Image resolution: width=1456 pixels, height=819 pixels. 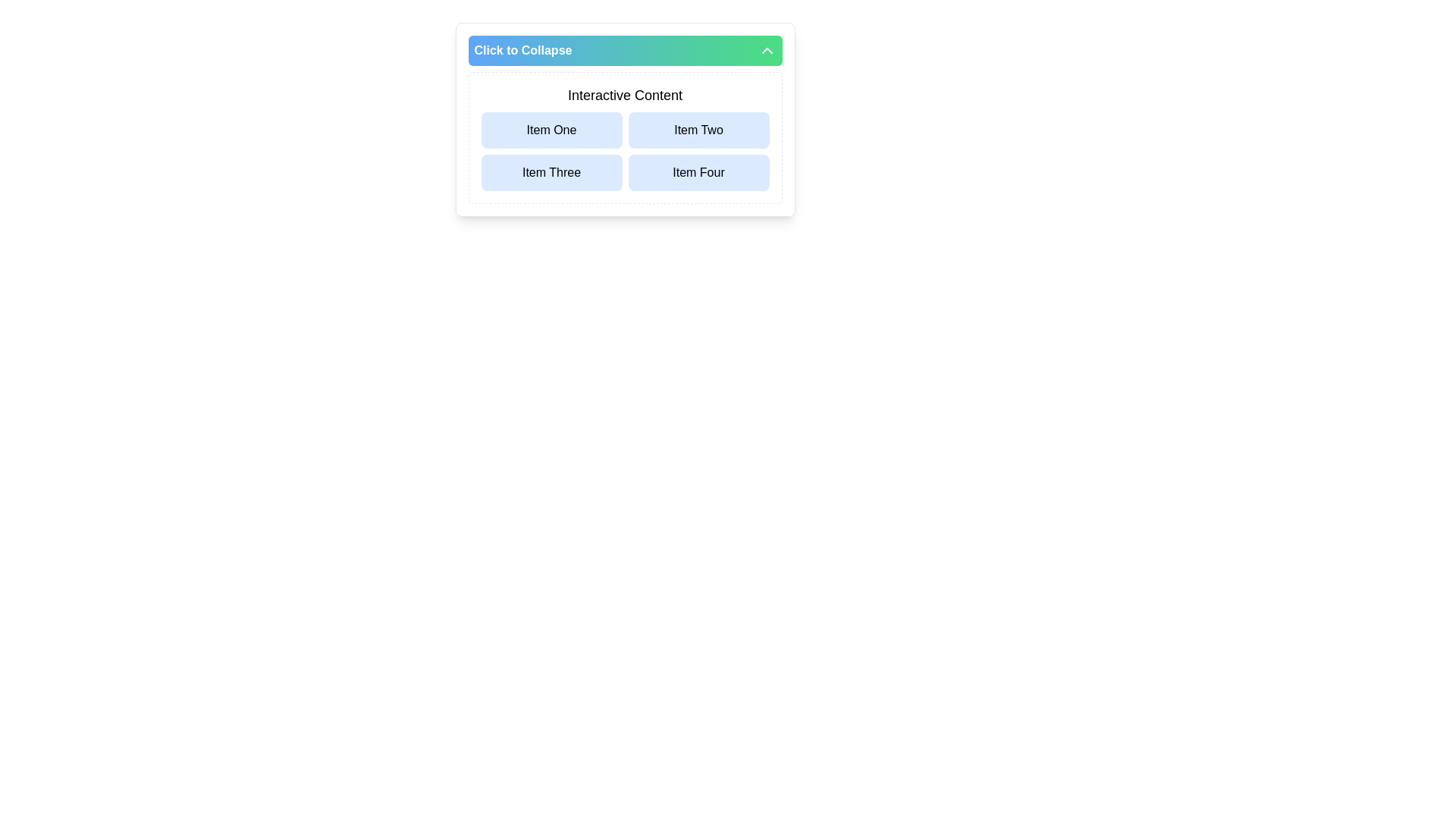 I want to click on the static labeled element indicating 'Item Three', which is positioned in the second row and first column of a grid layout, so click(x=551, y=171).